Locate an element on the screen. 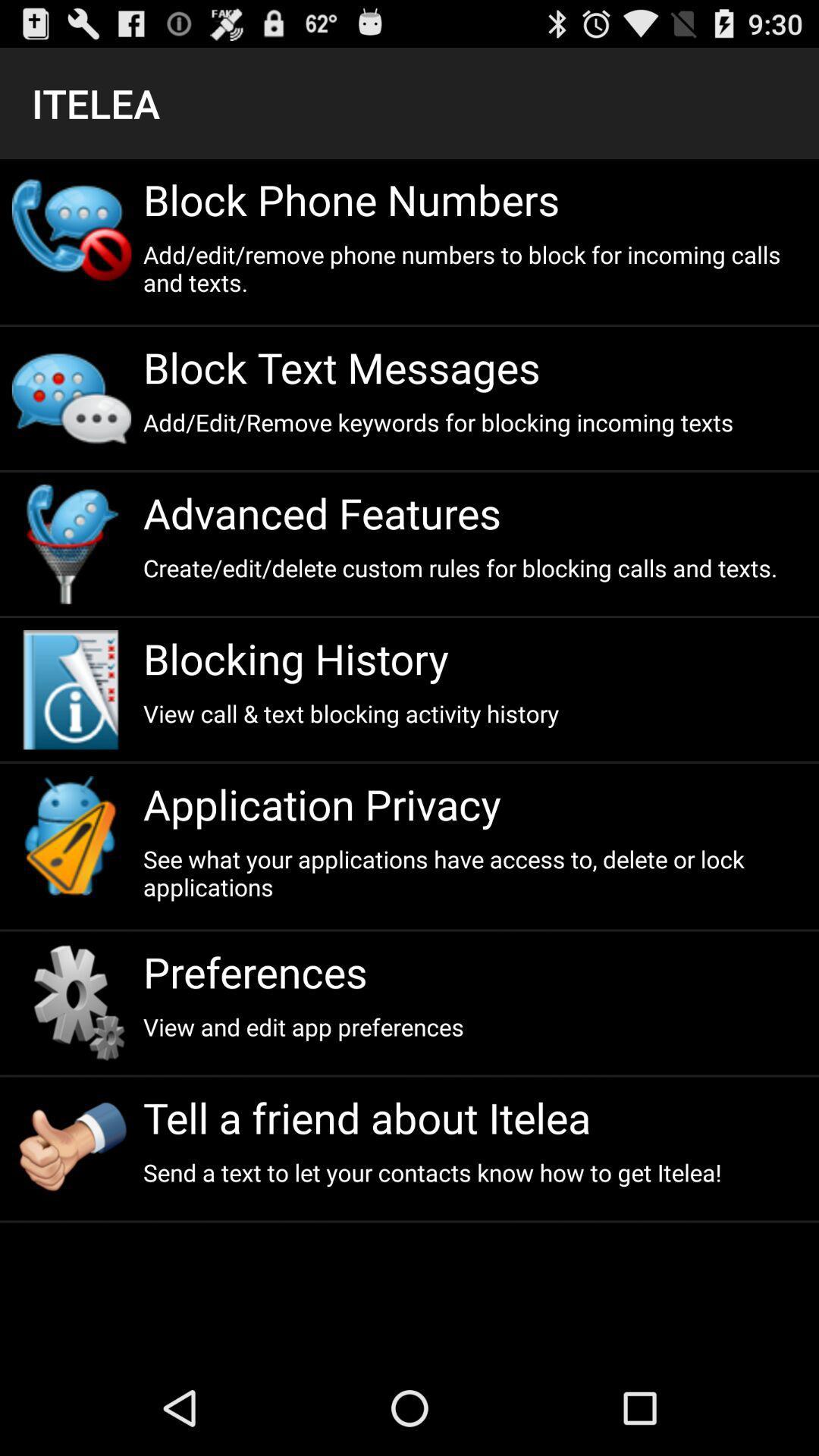  the icon below tell a friend item is located at coordinates (474, 1172).